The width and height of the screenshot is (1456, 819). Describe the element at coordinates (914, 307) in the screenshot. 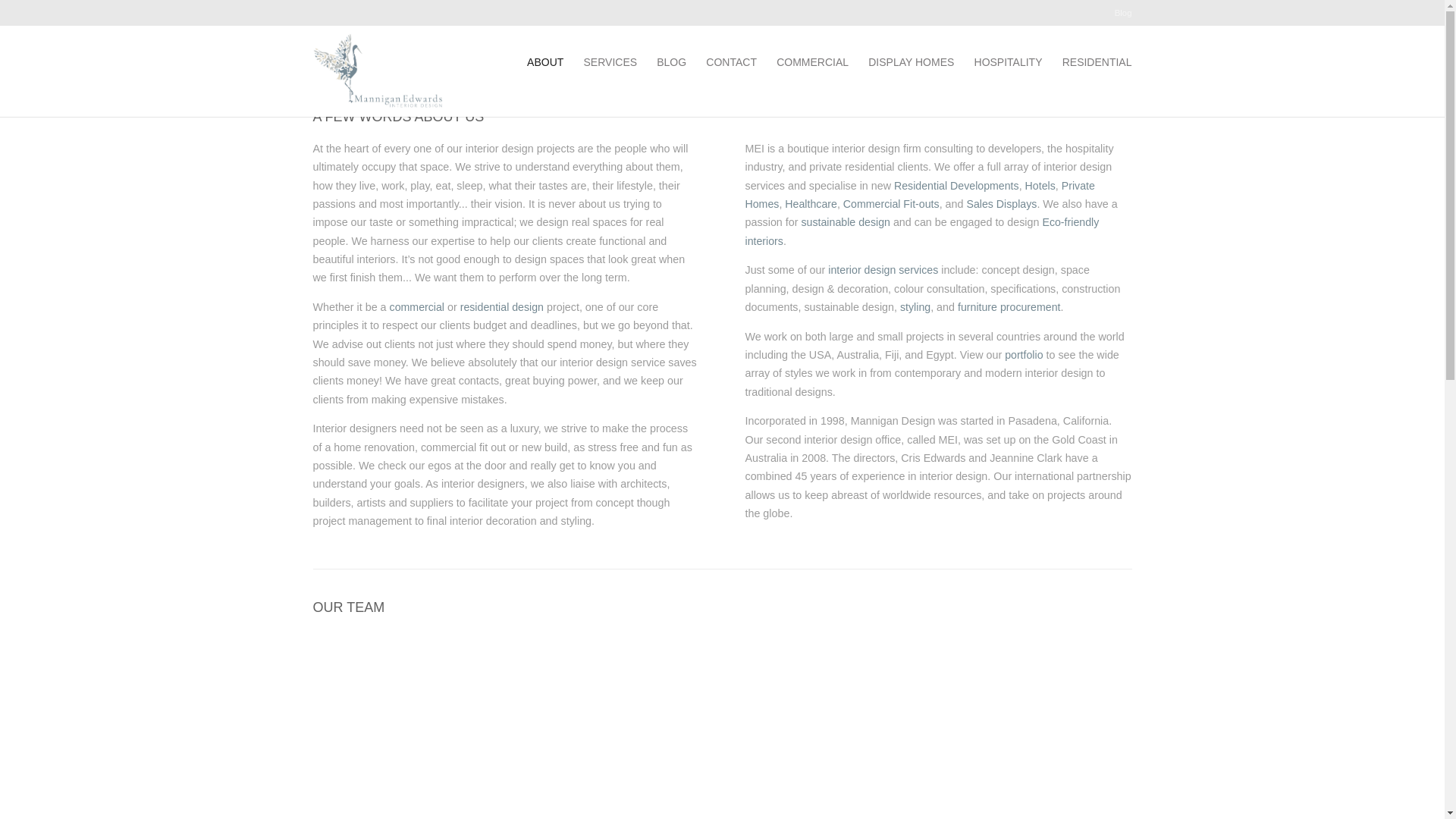

I see `'styling'` at that location.